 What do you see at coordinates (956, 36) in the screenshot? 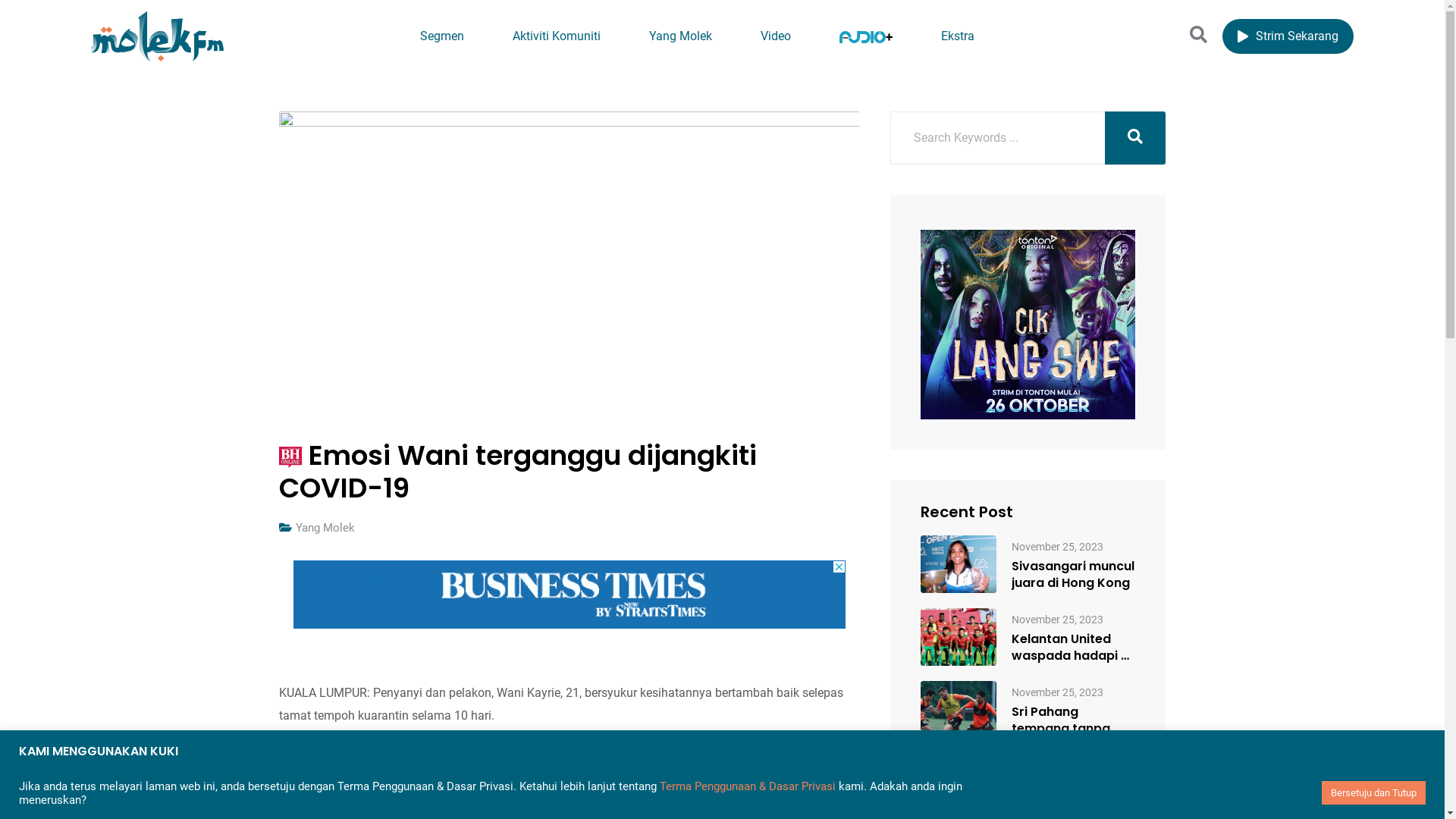
I see `'Ekstra'` at bounding box center [956, 36].